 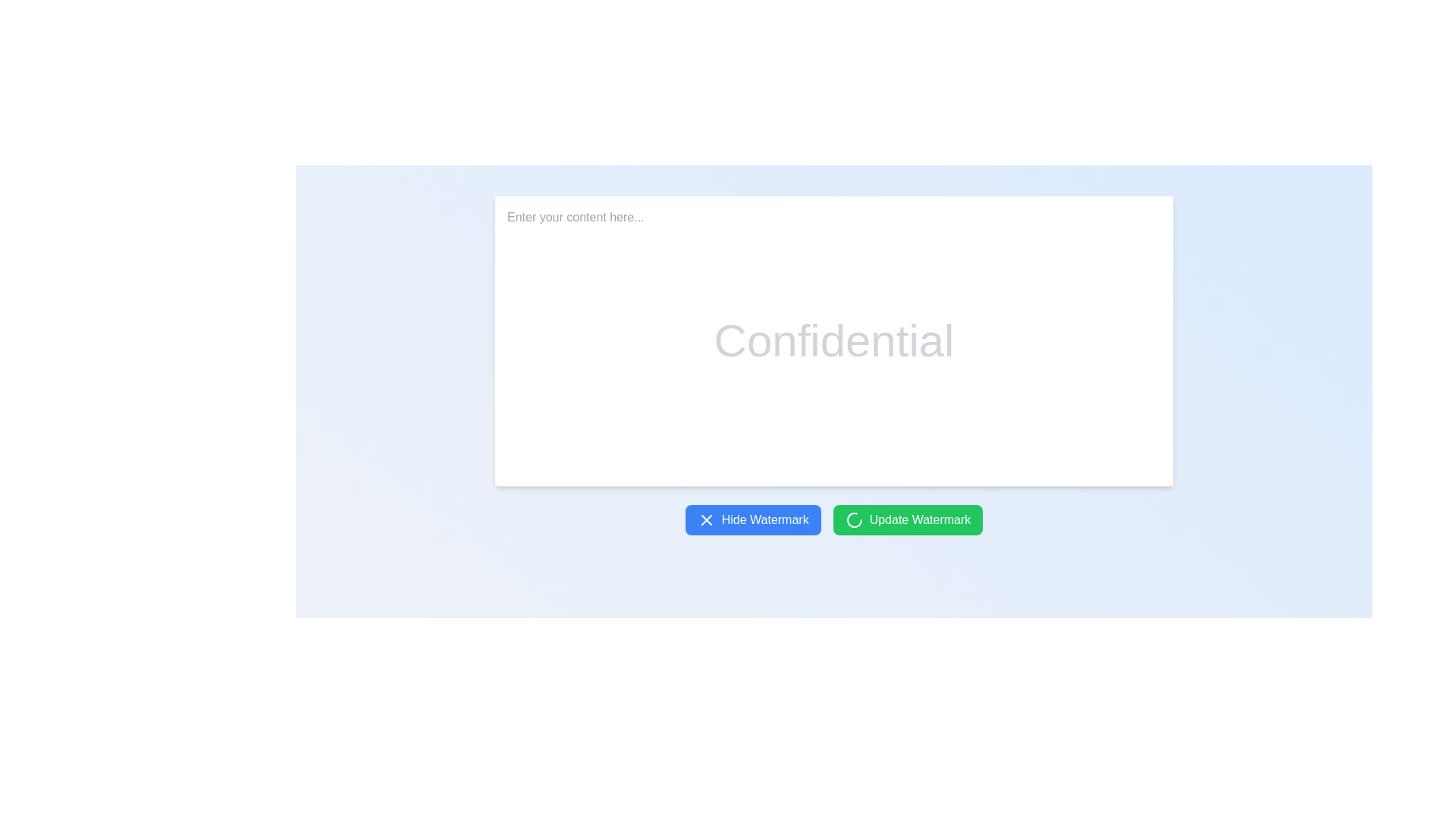 What do you see at coordinates (854, 519) in the screenshot?
I see `the SVG icon indicating a loading state, which is positioned to the left of the 'Update Watermark' button` at bounding box center [854, 519].